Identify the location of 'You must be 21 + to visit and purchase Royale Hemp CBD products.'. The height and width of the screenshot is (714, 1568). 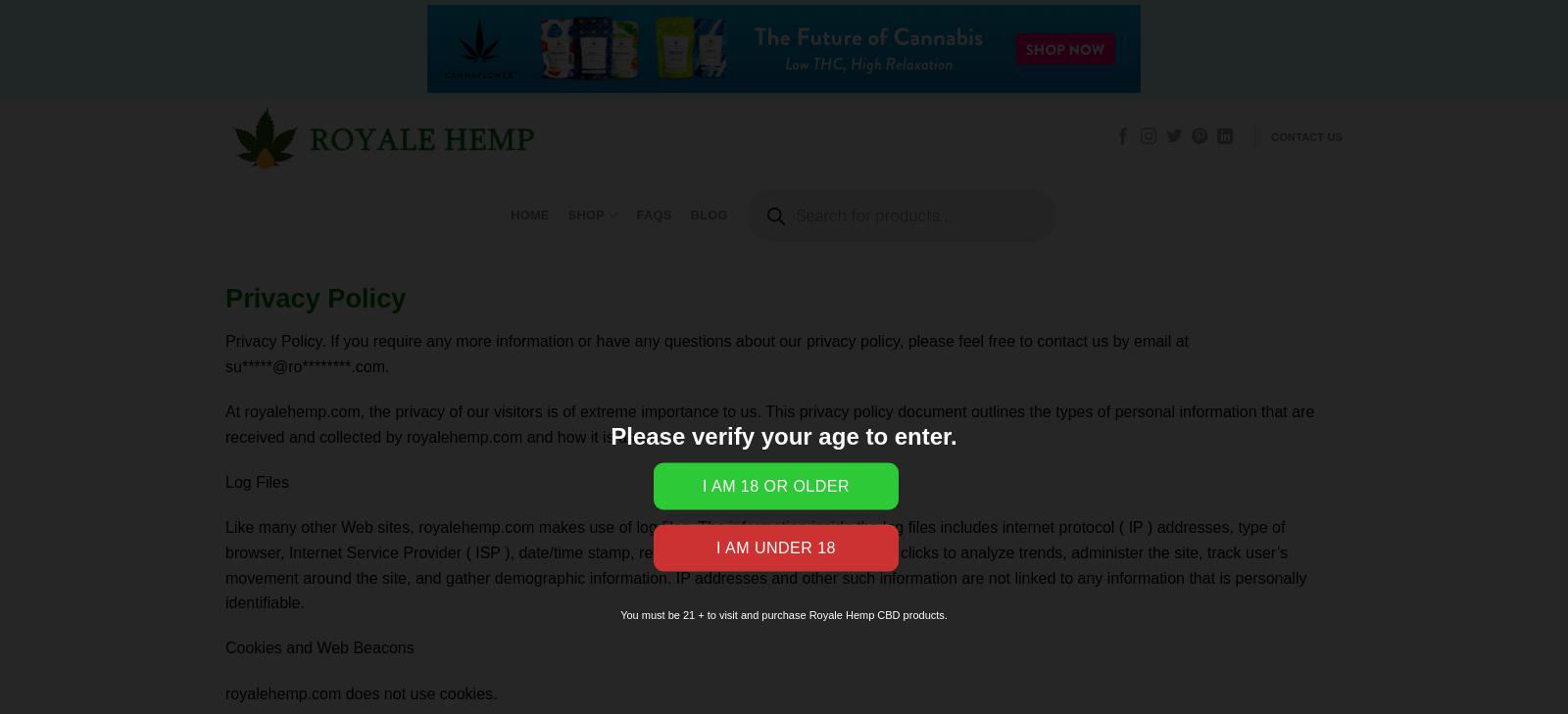
(783, 614).